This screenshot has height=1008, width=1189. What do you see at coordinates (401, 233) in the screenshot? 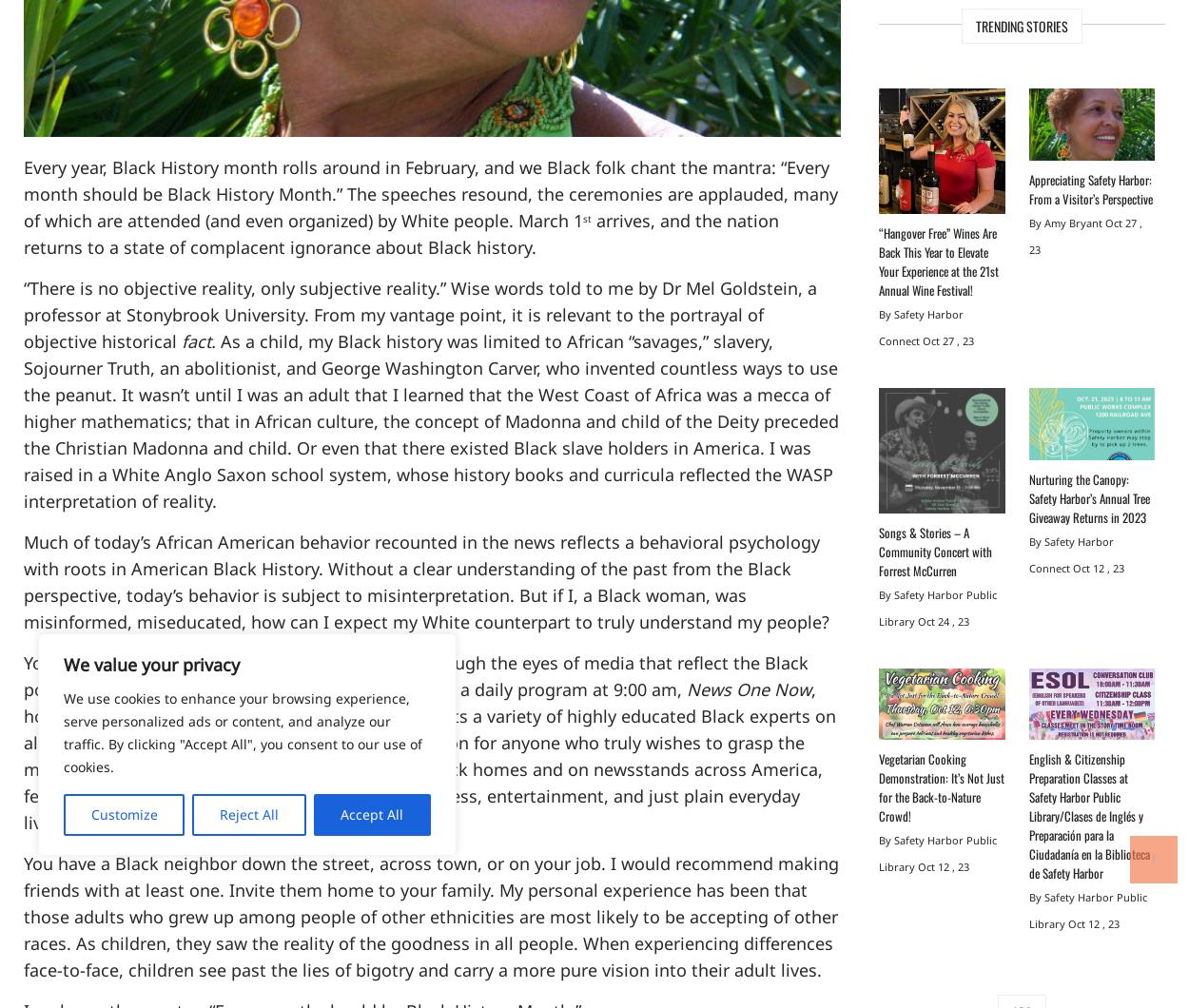
I see `'arrives, and the nation returns to a state of complacent ignorance about Black history.'` at bounding box center [401, 233].